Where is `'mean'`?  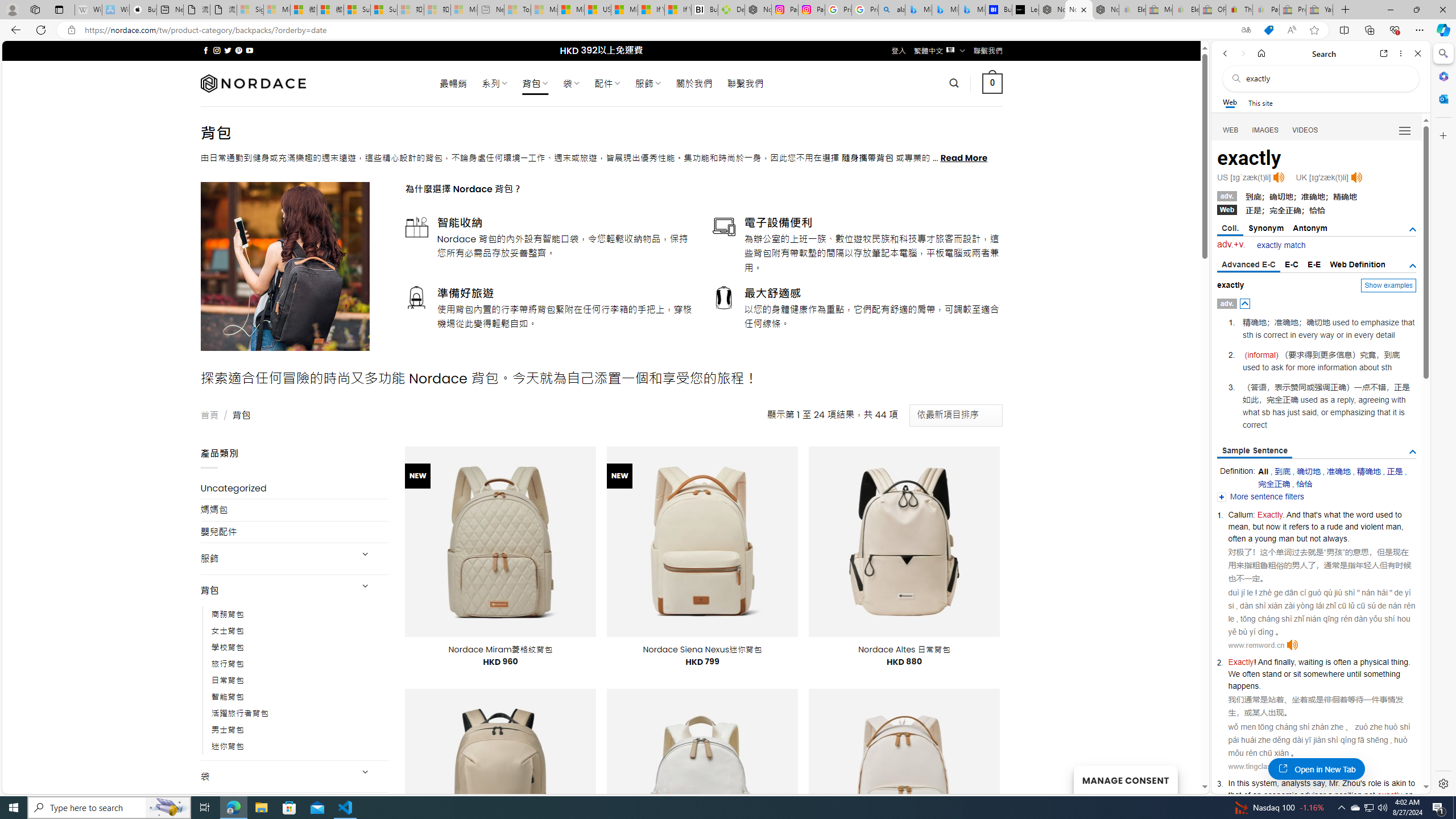
'mean' is located at coordinates (1238, 527).